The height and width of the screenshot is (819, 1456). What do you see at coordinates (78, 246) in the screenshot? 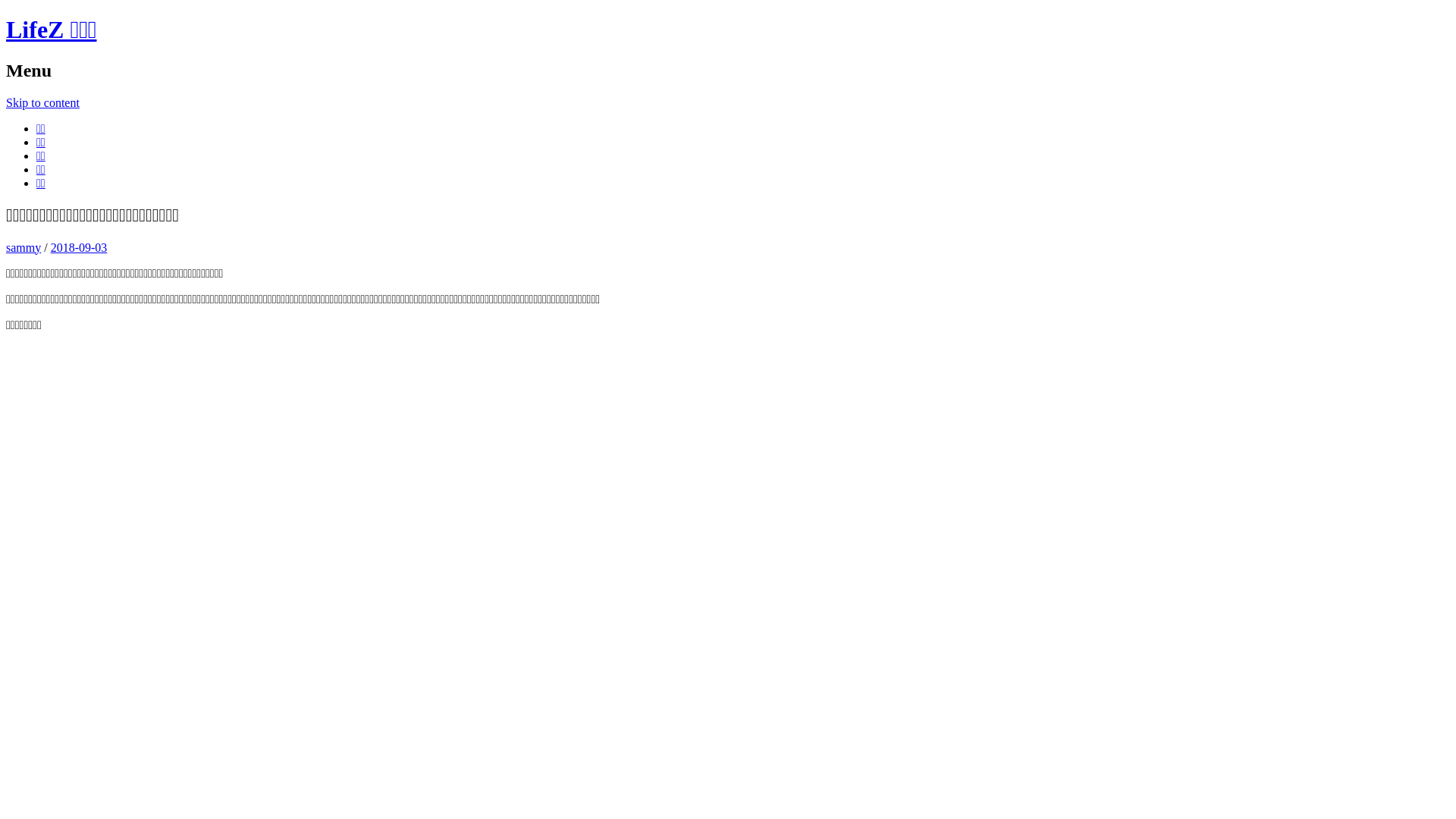
I see `'2018-09-03'` at bounding box center [78, 246].